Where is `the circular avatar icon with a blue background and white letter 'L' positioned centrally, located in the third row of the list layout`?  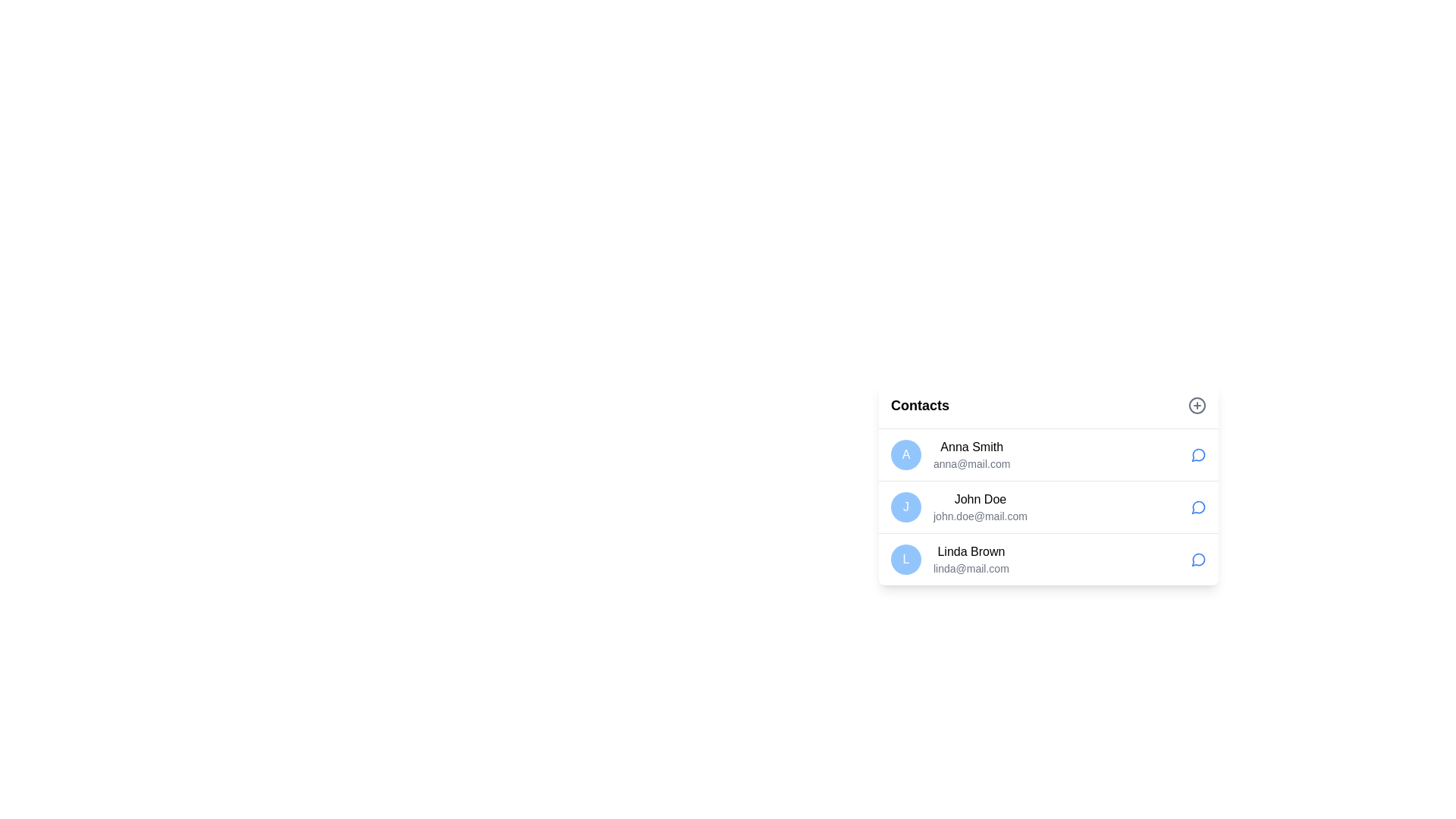 the circular avatar icon with a blue background and white letter 'L' positioned centrally, located in the third row of the list layout is located at coordinates (906, 559).